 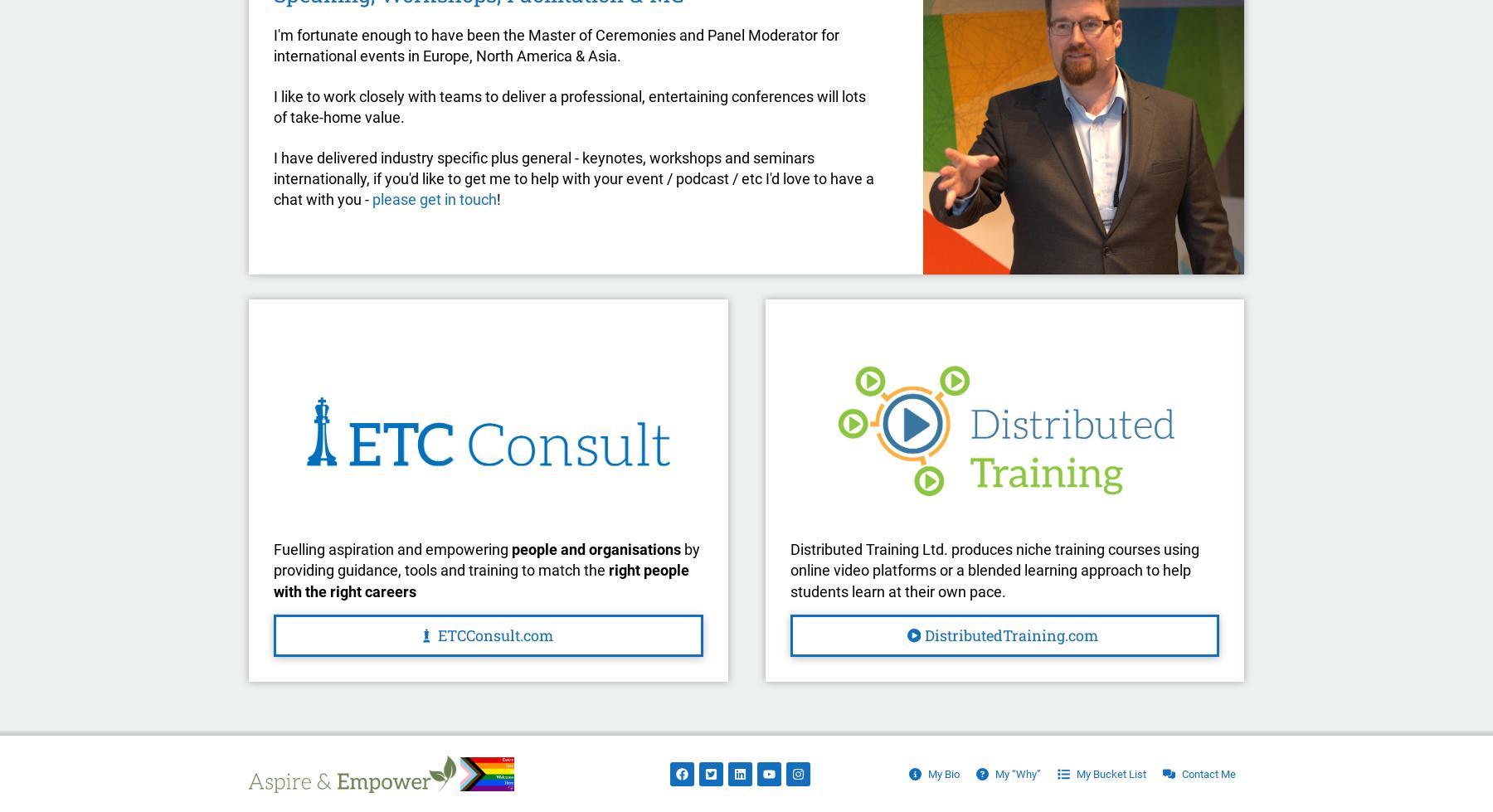 What do you see at coordinates (272, 105) in the screenshot?
I see `'I like to work closely with teams to deliver a professional, entertaining conferences will lots of take-home value.'` at bounding box center [272, 105].